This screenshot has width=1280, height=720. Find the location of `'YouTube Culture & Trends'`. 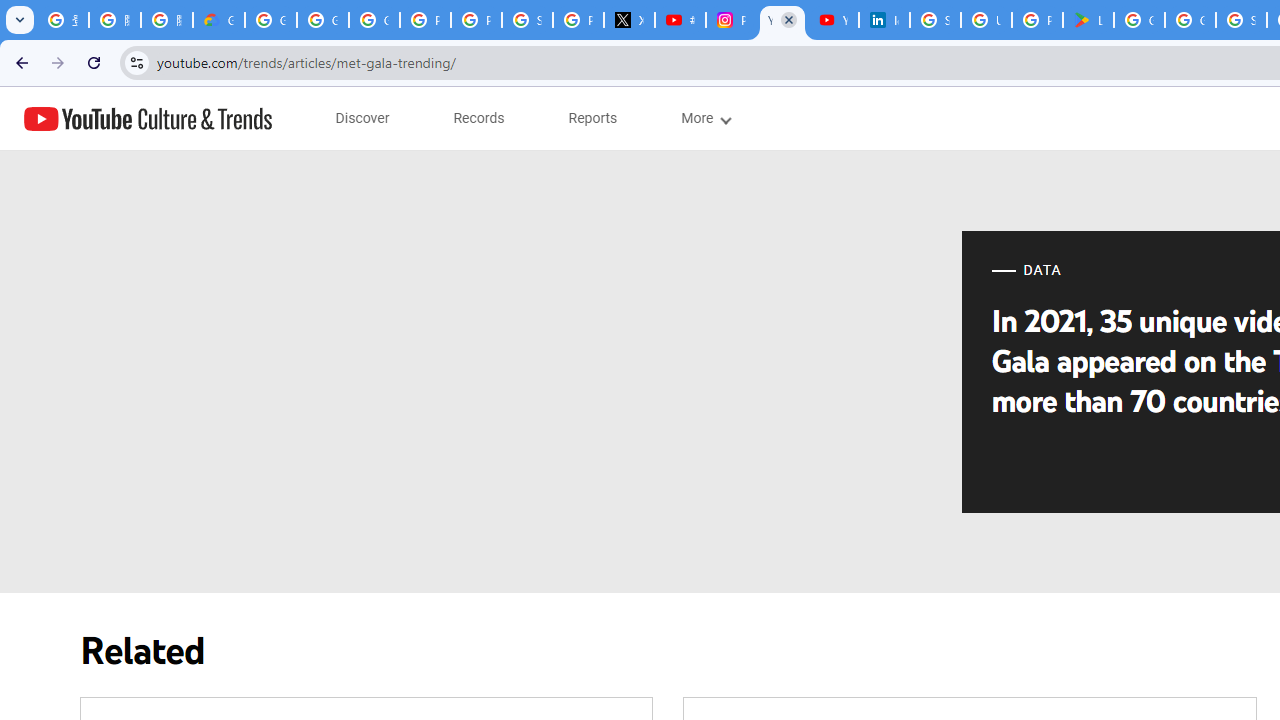

'YouTube Culture & Trends' is located at coordinates (146, 118).